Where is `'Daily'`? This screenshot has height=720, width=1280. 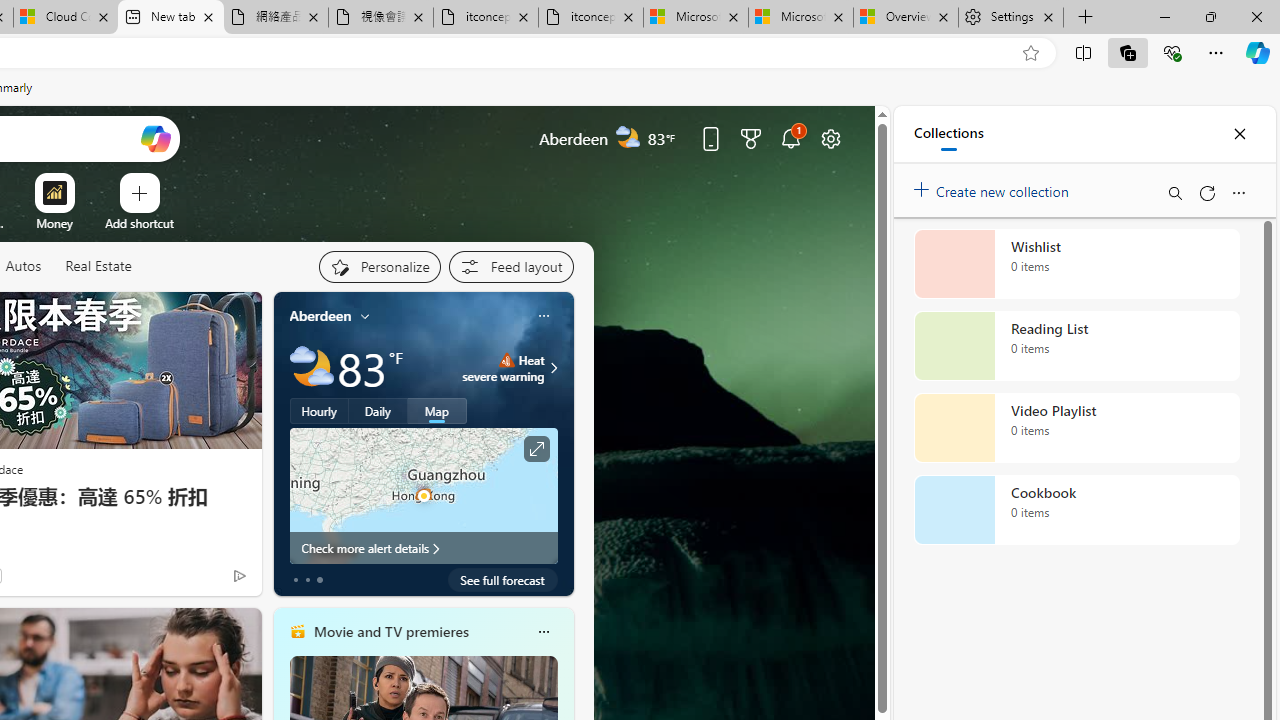 'Daily' is located at coordinates (378, 410).